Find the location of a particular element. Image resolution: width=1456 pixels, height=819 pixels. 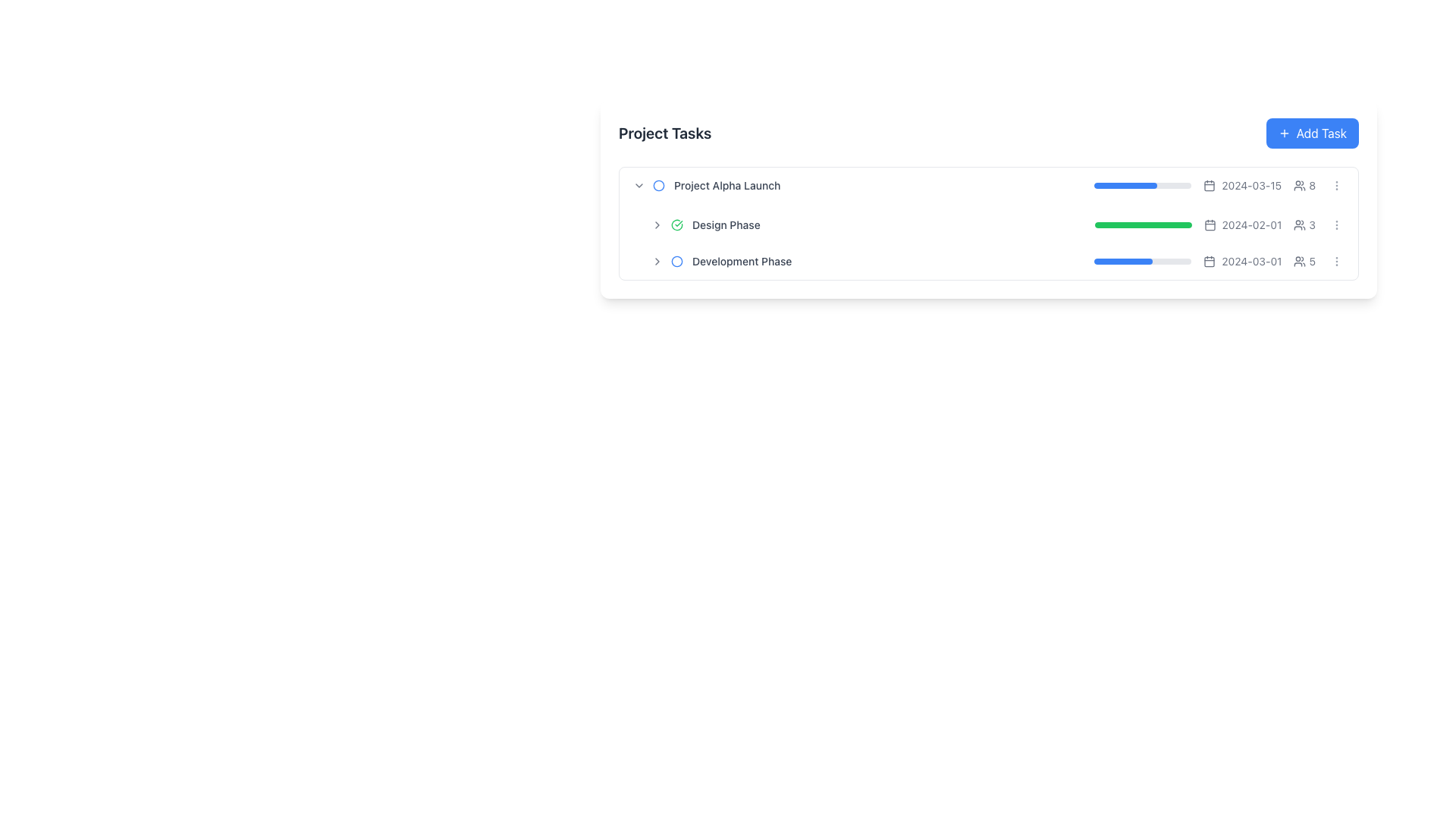

the static text that displays the count of users or collaborators associated with a task, located towards the right side of the task-related row in the interface is located at coordinates (1311, 225).